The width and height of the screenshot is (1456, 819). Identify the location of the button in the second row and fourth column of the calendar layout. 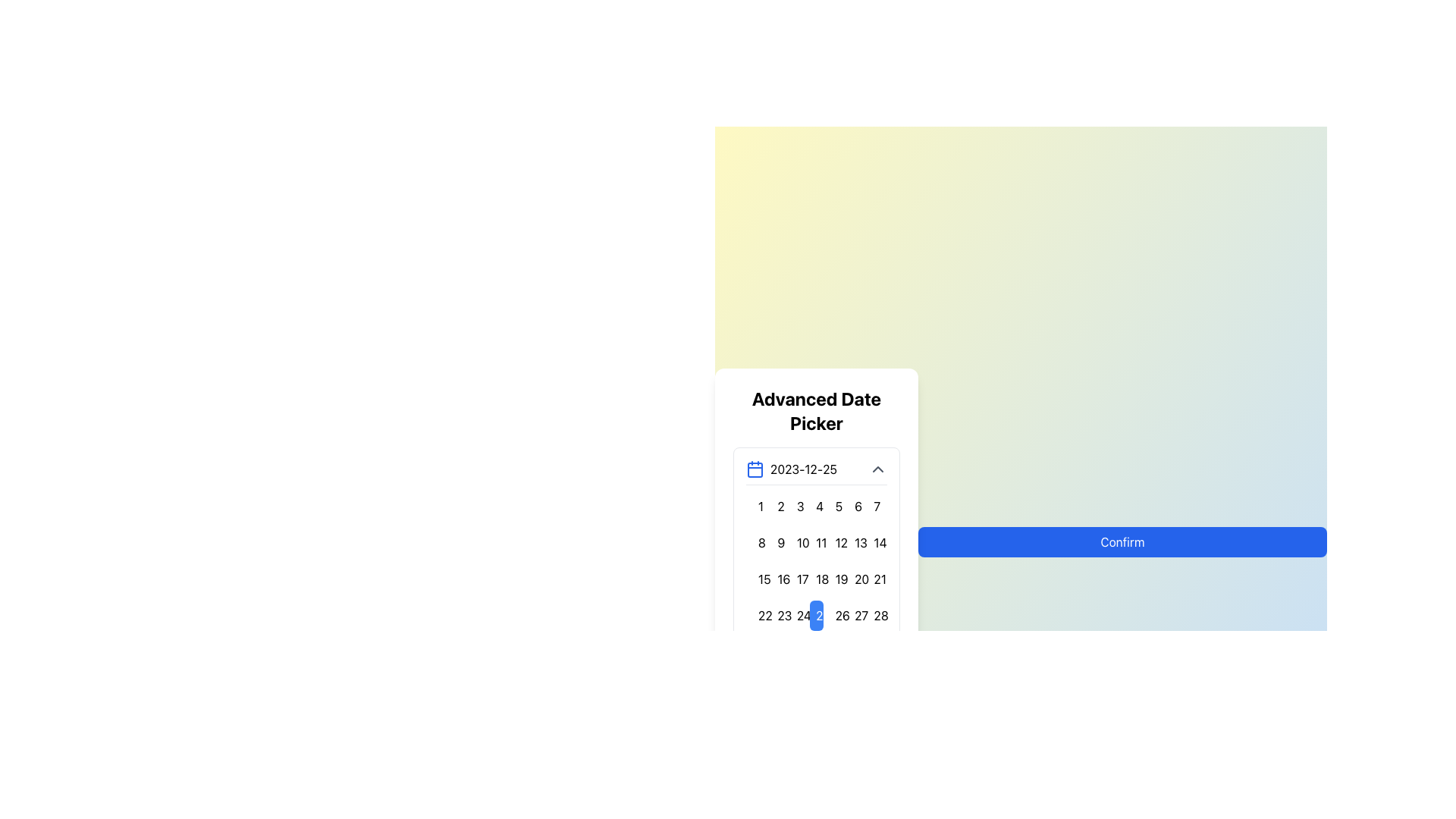
(815, 541).